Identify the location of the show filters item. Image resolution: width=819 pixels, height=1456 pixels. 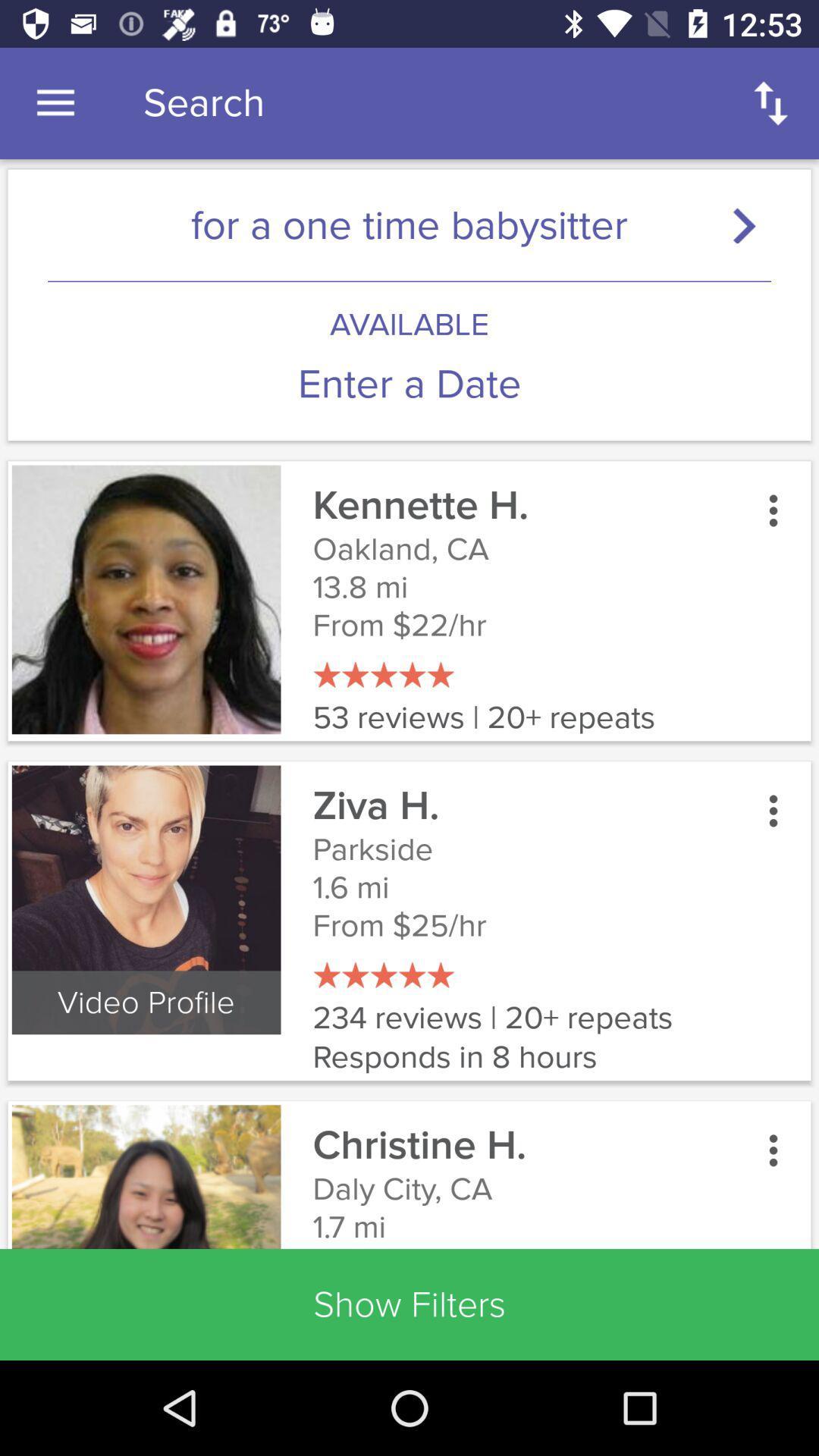
(409, 1304).